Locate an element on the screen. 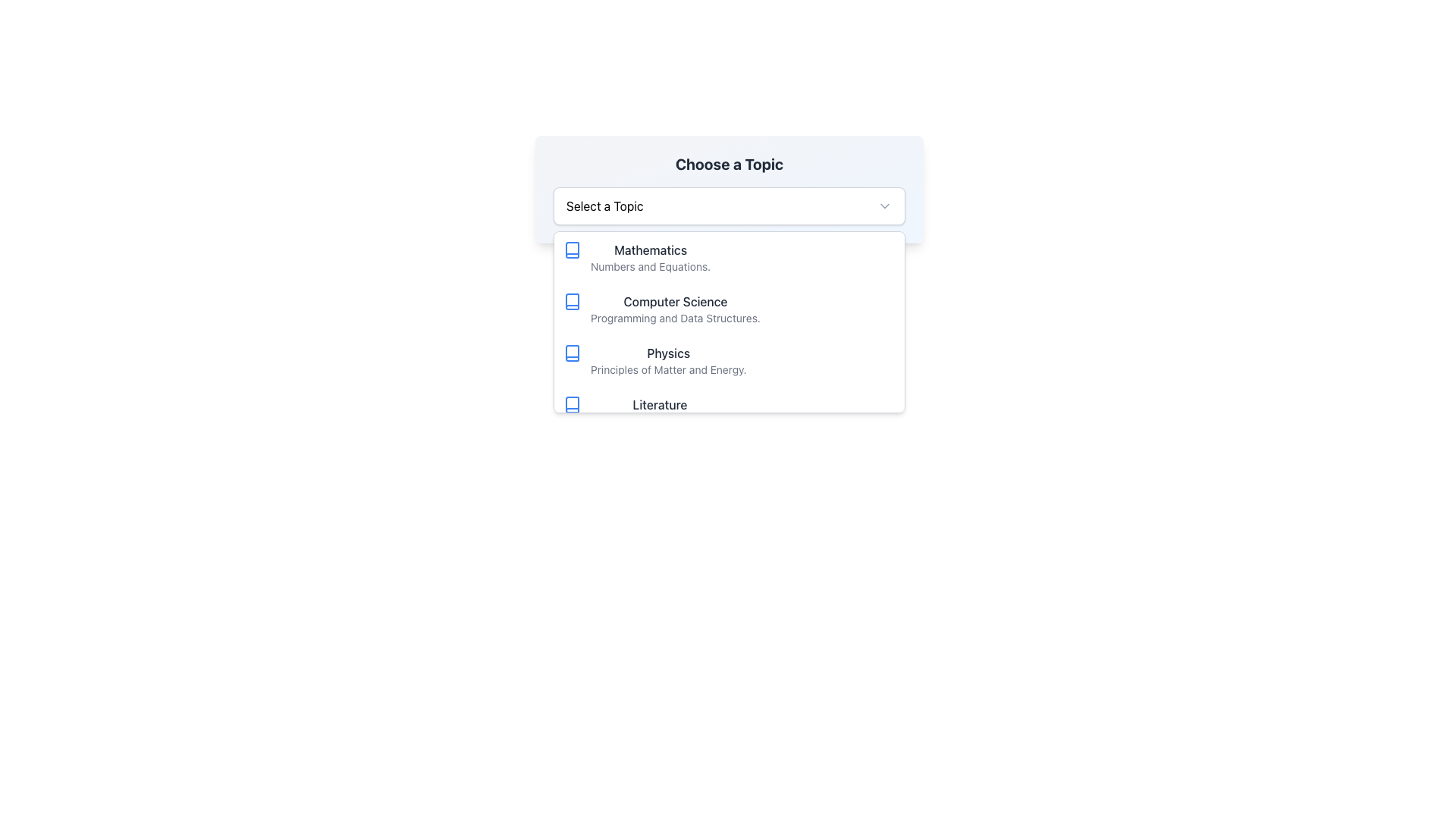 Image resolution: width=1456 pixels, height=819 pixels. the static text label providing context for the 'Literature' option in the dropdown menu under 'Choose a Topic' is located at coordinates (660, 421).